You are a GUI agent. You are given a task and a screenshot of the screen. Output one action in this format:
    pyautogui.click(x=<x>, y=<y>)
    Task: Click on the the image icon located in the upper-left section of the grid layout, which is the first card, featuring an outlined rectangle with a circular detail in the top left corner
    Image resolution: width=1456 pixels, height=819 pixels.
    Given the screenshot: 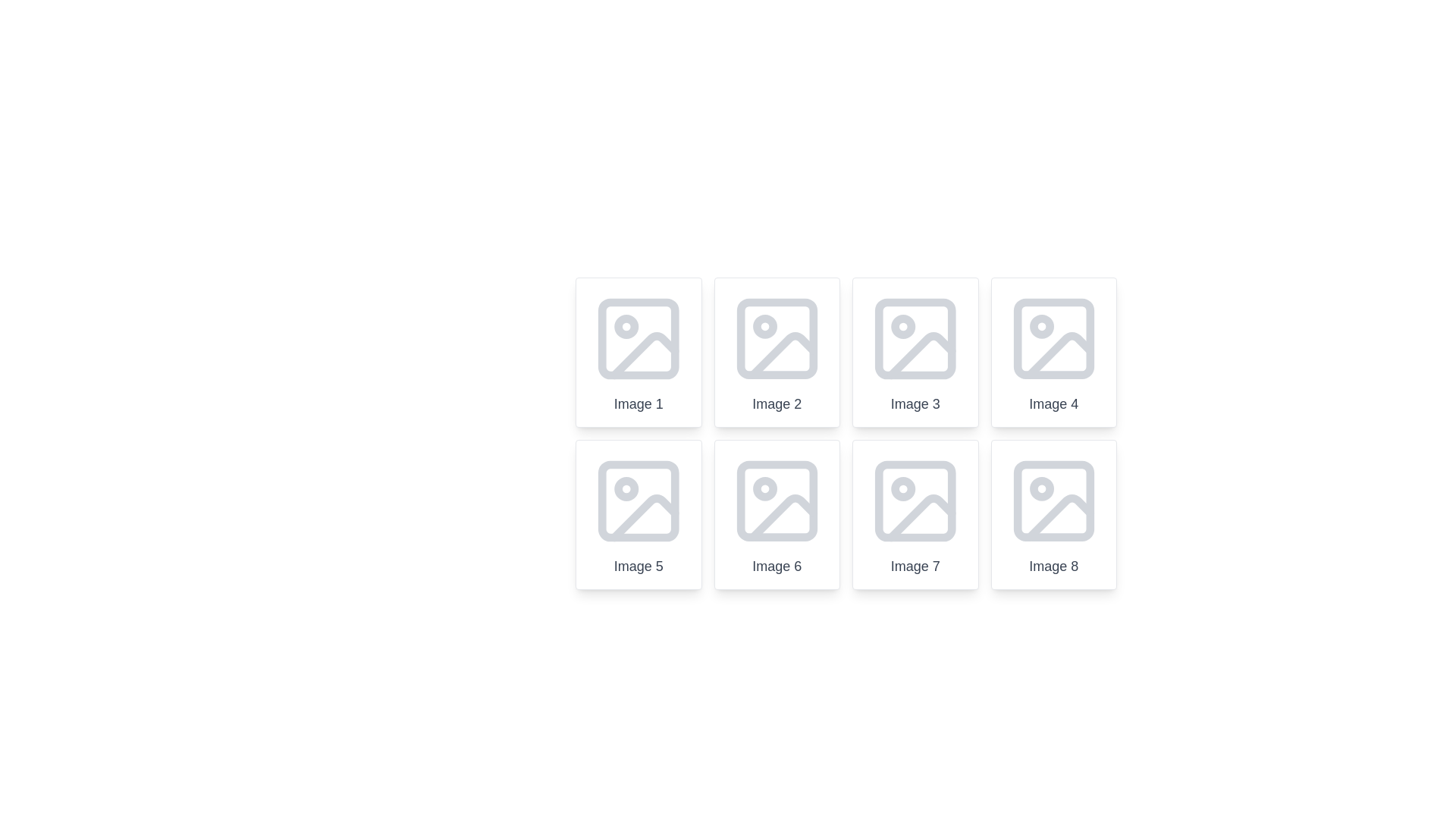 What is the action you would take?
    pyautogui.click(x=639, y=338)
    